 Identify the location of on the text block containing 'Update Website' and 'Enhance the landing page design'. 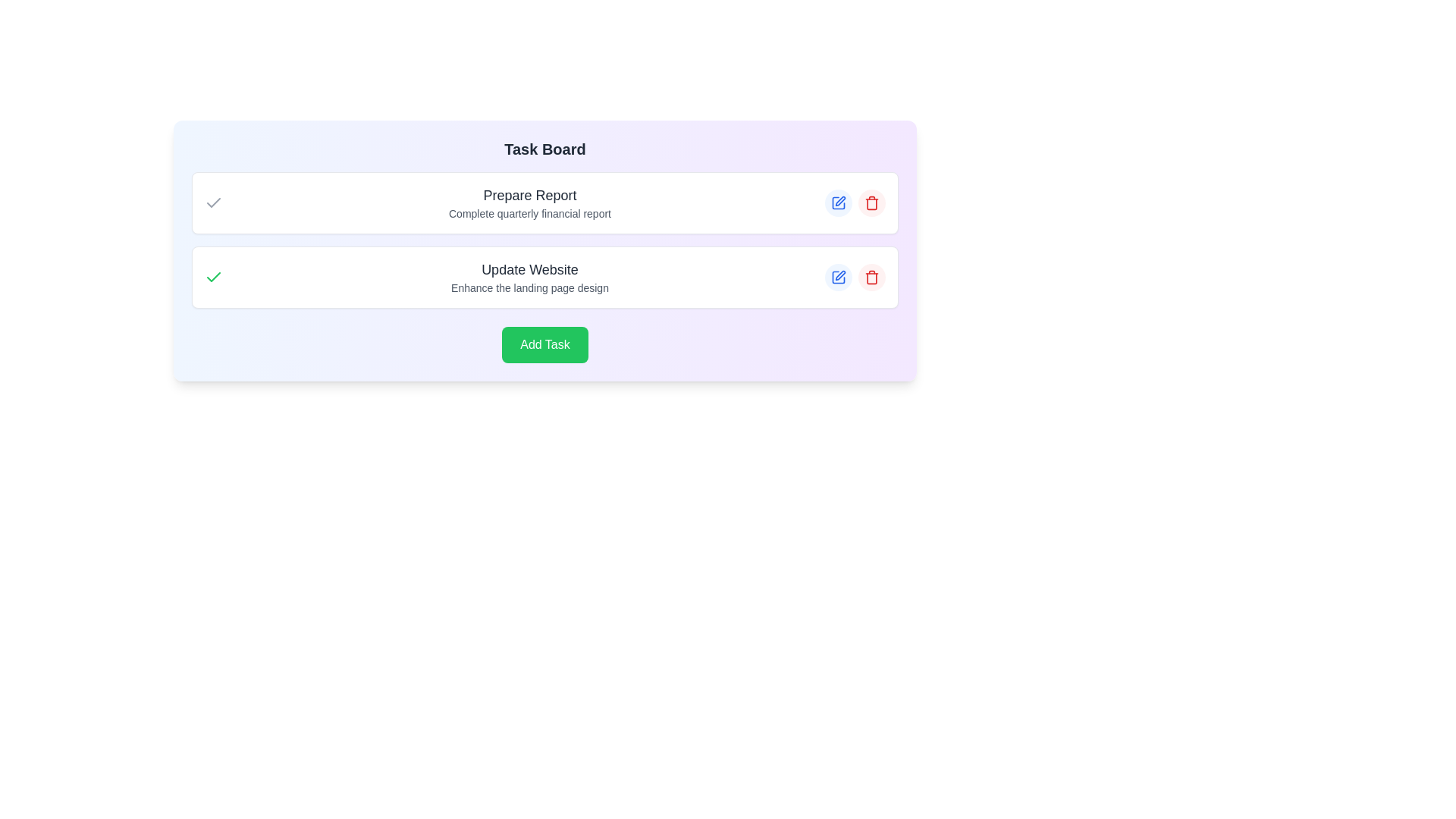
(530, 278).